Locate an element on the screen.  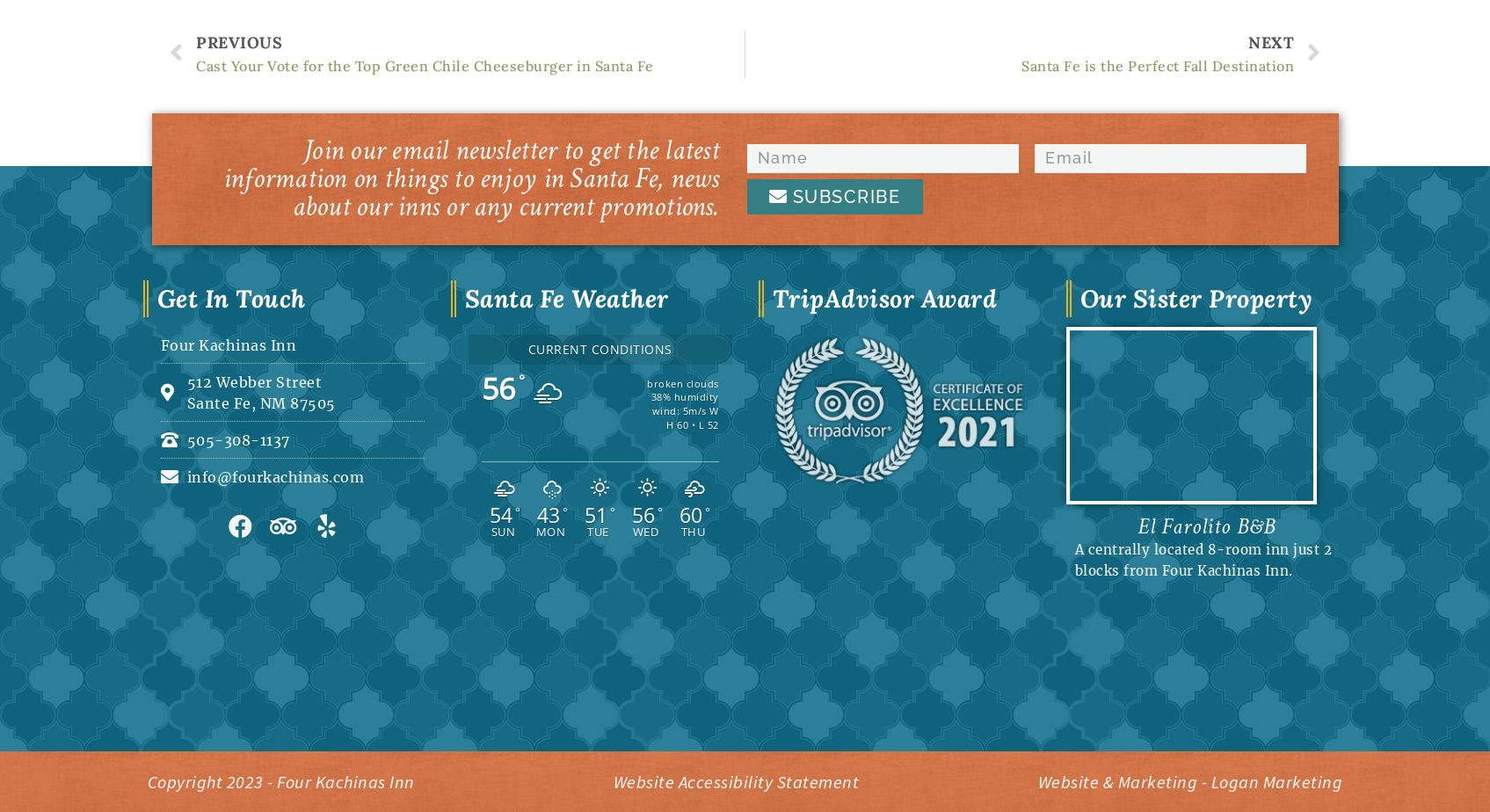
'Wed' is located at coordinates (643, 532).